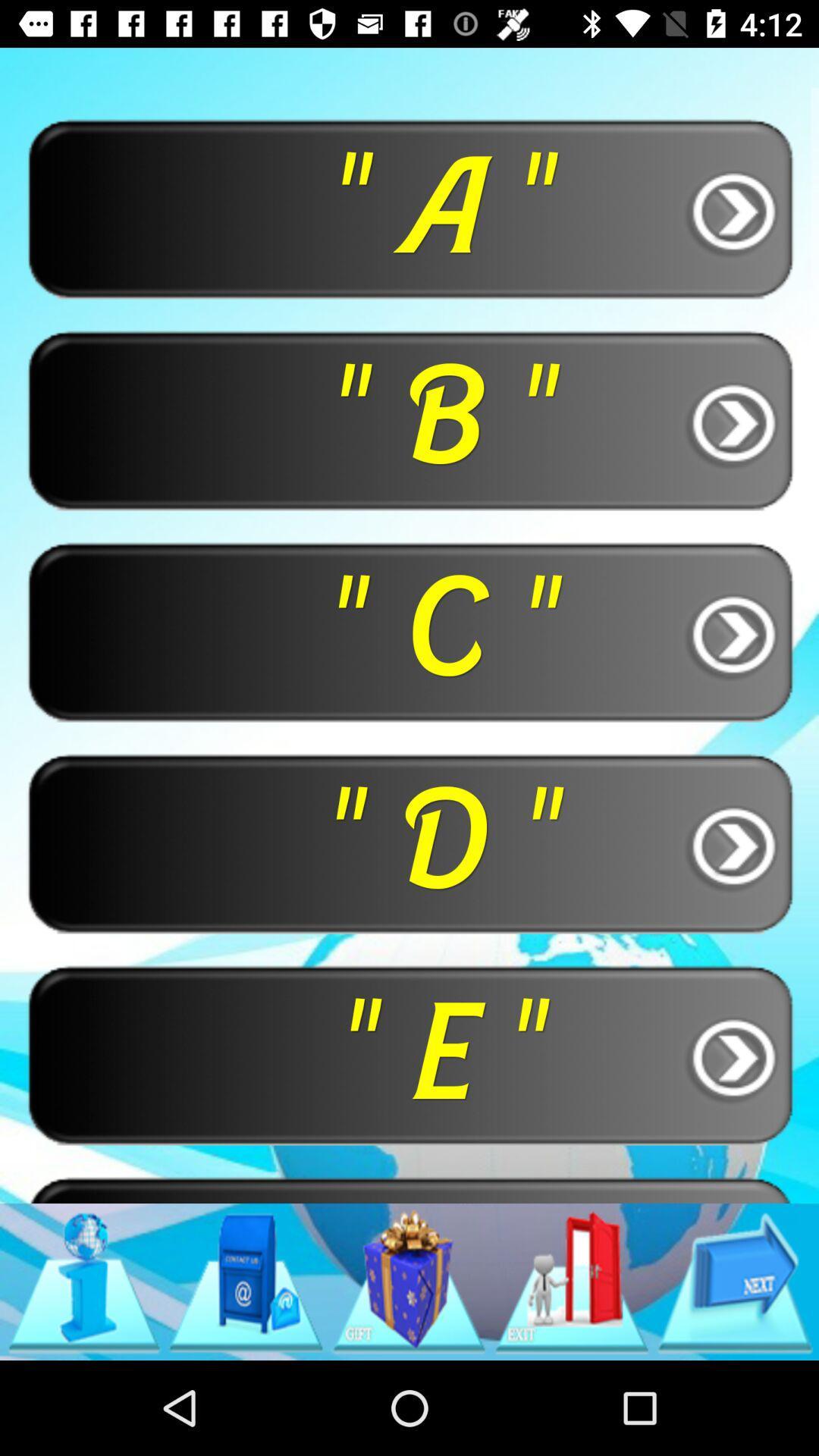  I want to click on the gift icon, so click(408, 1281).